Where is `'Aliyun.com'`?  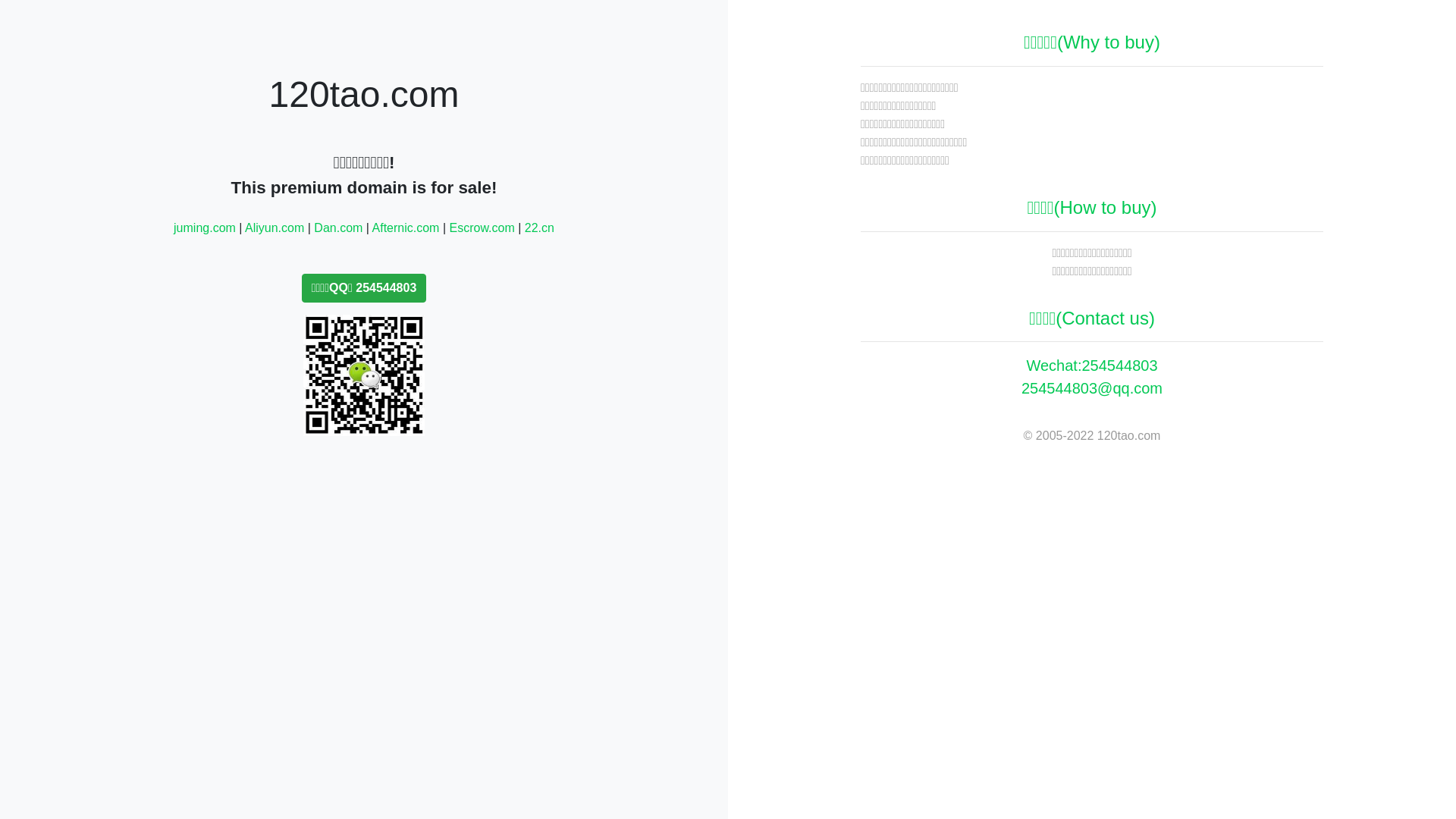 'Aliyun.com' is located at coordinates (274, 227).